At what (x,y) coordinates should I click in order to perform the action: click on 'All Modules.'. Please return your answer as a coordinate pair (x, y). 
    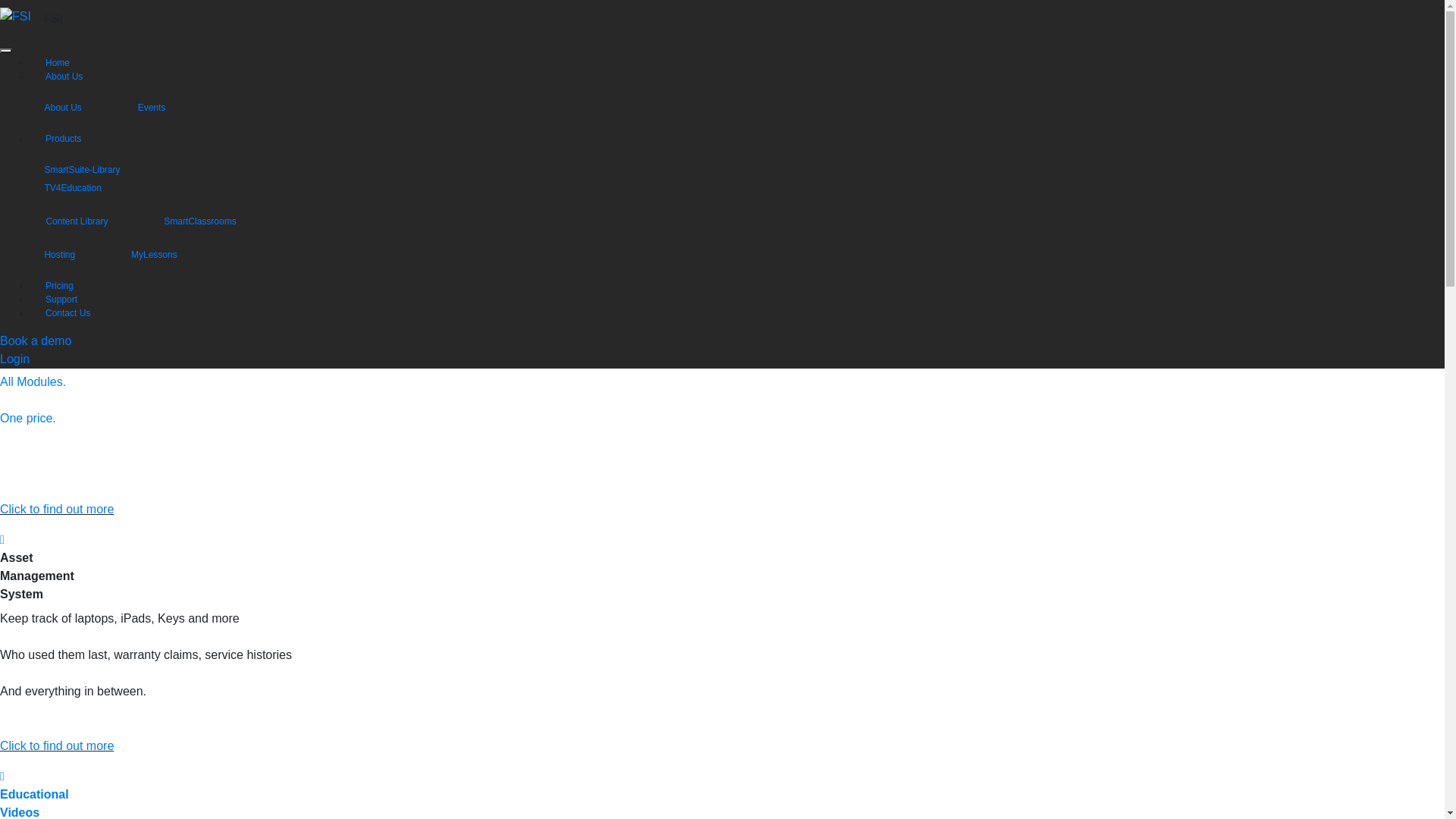
    Looking at the image, I should click on (33, 381).